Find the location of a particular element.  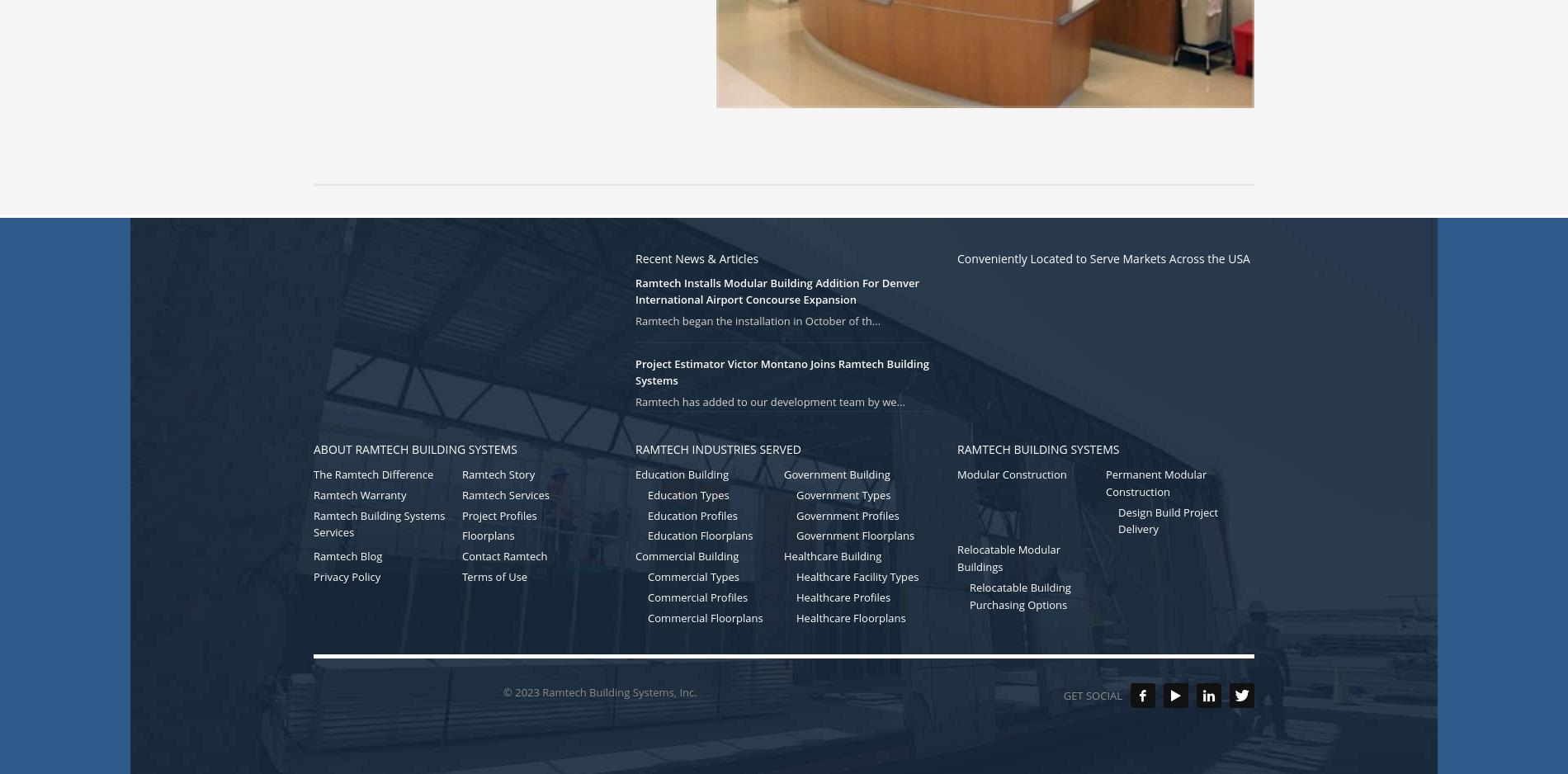

'RAMTECH INDUSTRIES SERVED' is located at coordinates (717, 449).